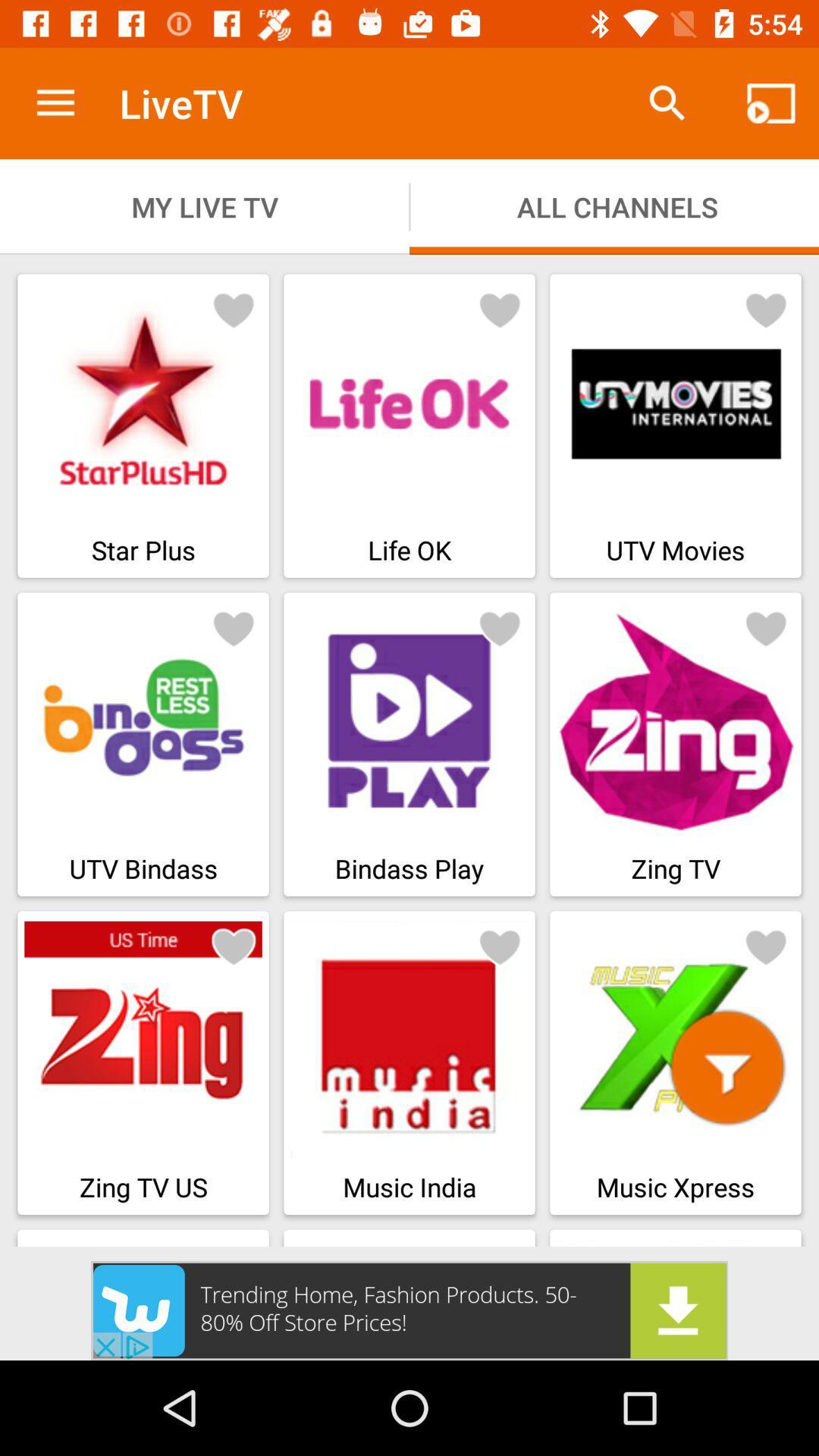 The image size is (819, 1456). Describe the element at coordinates (234, 309) in the screenshot. I see `bookmark button` at that location.